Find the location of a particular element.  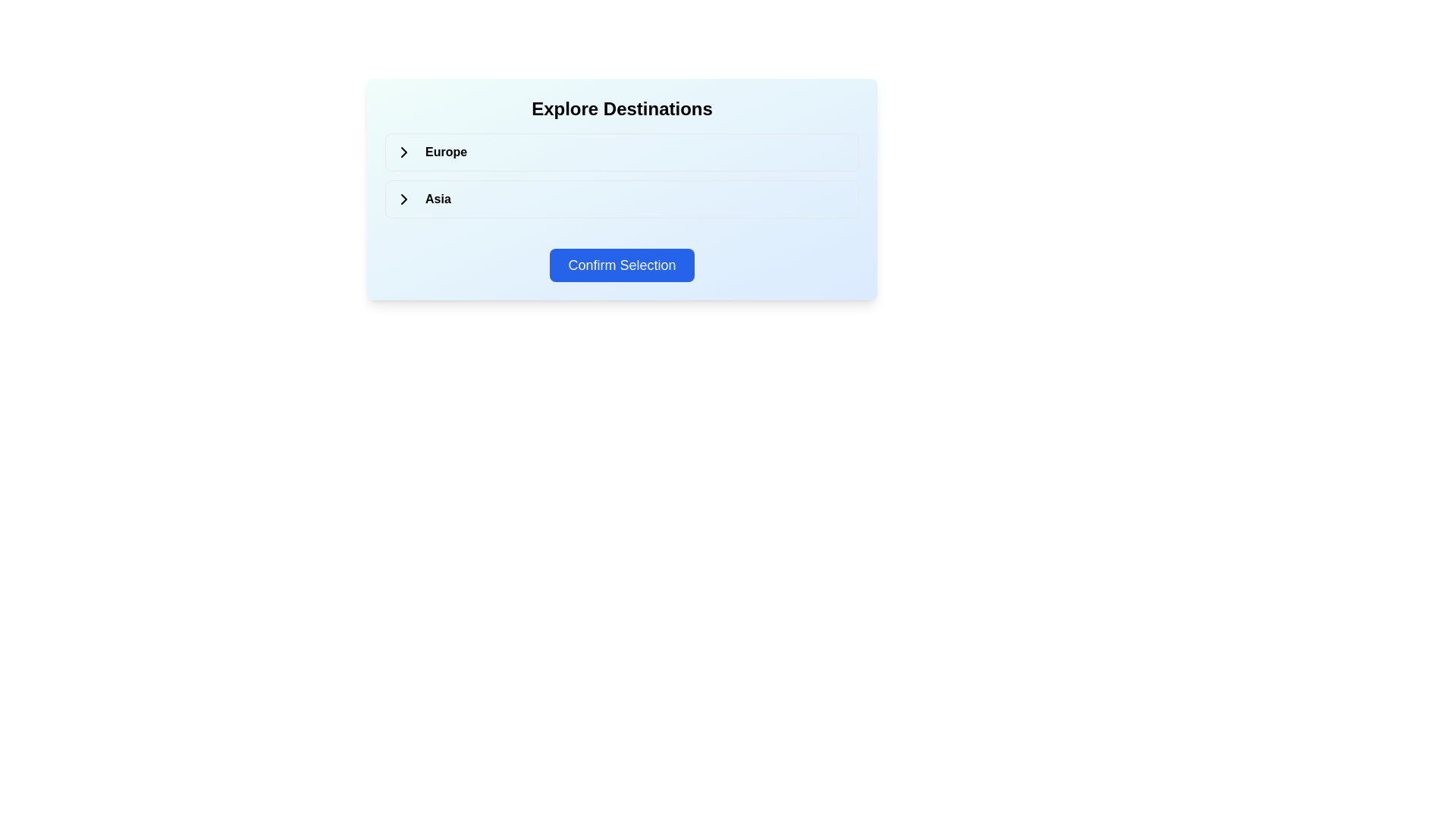

the right-pointing chevron arrow icon located in the first row of the 'Explore Destinations' list, to the left of the text 'Europe.' is located at coordinates (403, 152).